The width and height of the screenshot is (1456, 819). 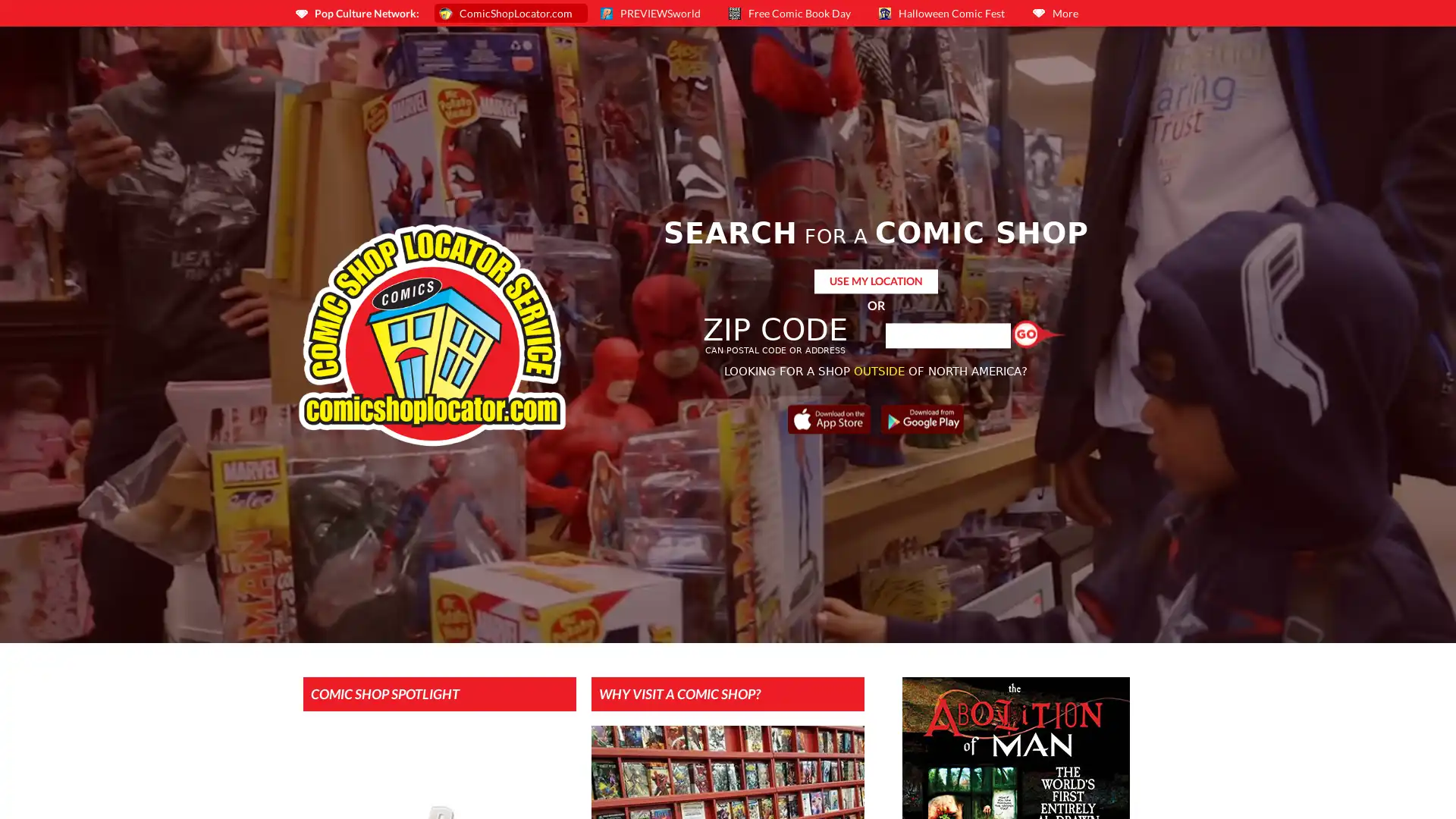 I want to click on USE MY LOCATION, so click(x=875, y=281).